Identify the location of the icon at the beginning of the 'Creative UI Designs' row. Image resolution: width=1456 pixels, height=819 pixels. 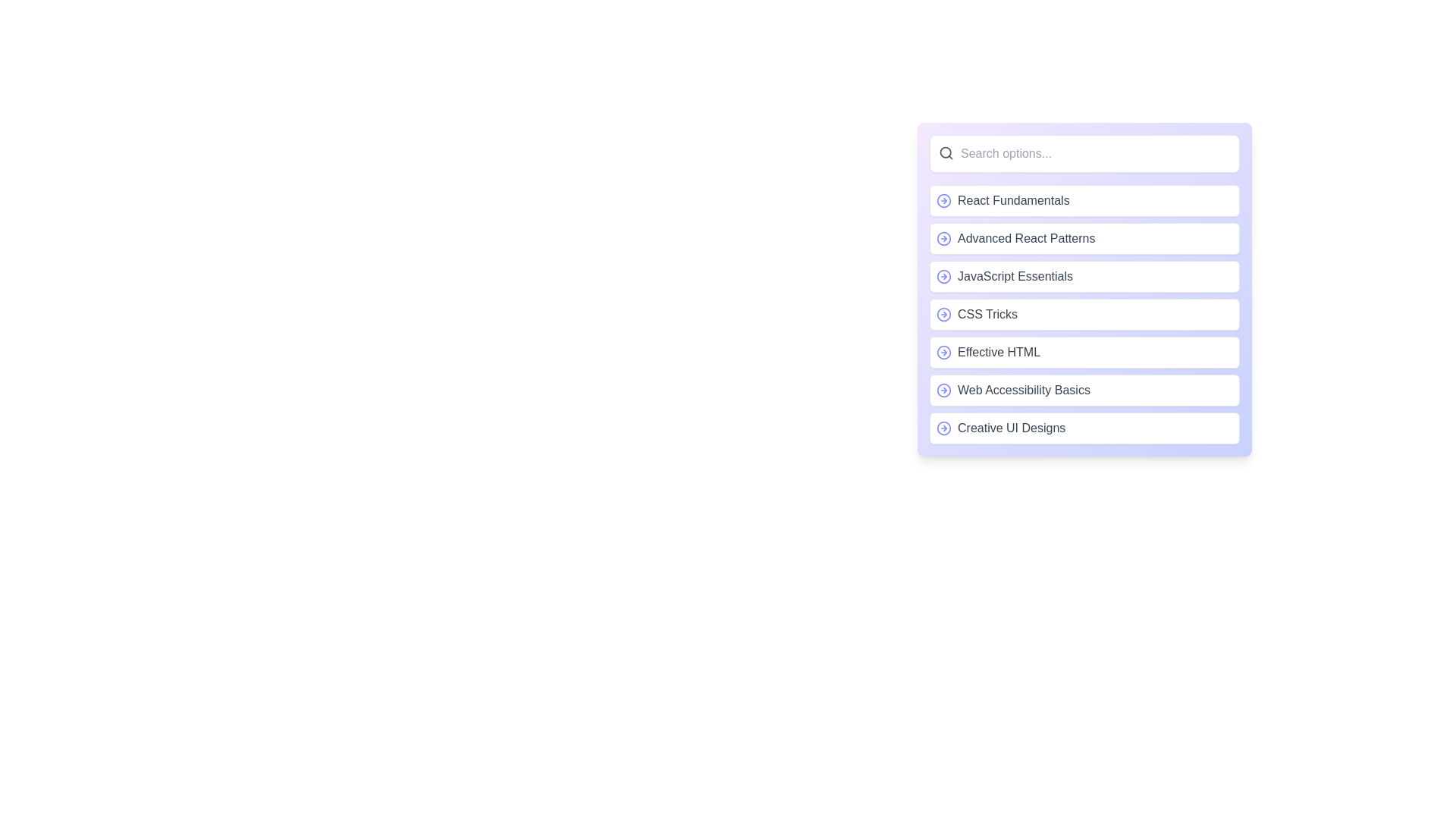
(943, 428).